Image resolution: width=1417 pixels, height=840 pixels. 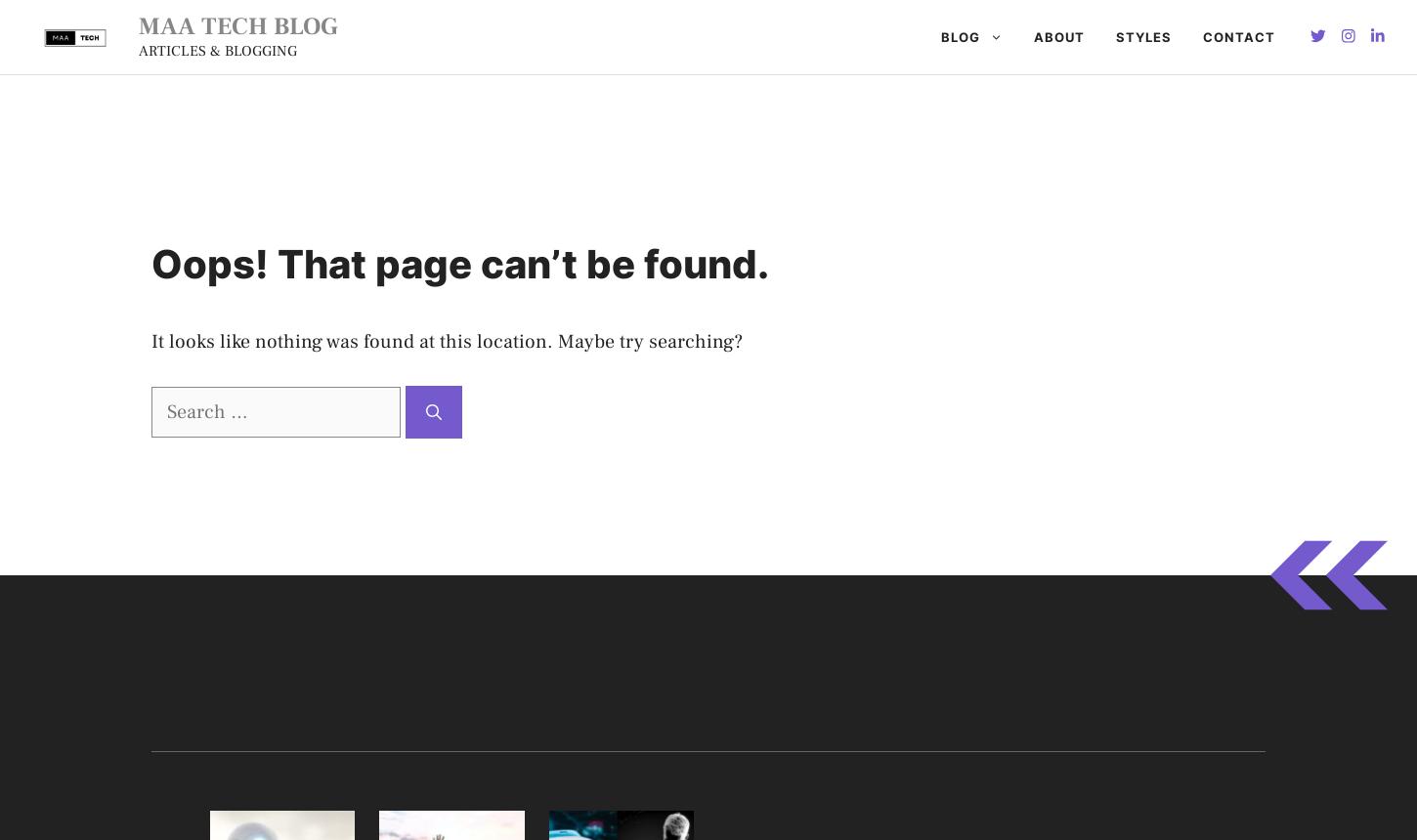 What do you see at coordinates (707, 204) in the screenshot?
I see `'Business'` at bounding box center [707, 204].